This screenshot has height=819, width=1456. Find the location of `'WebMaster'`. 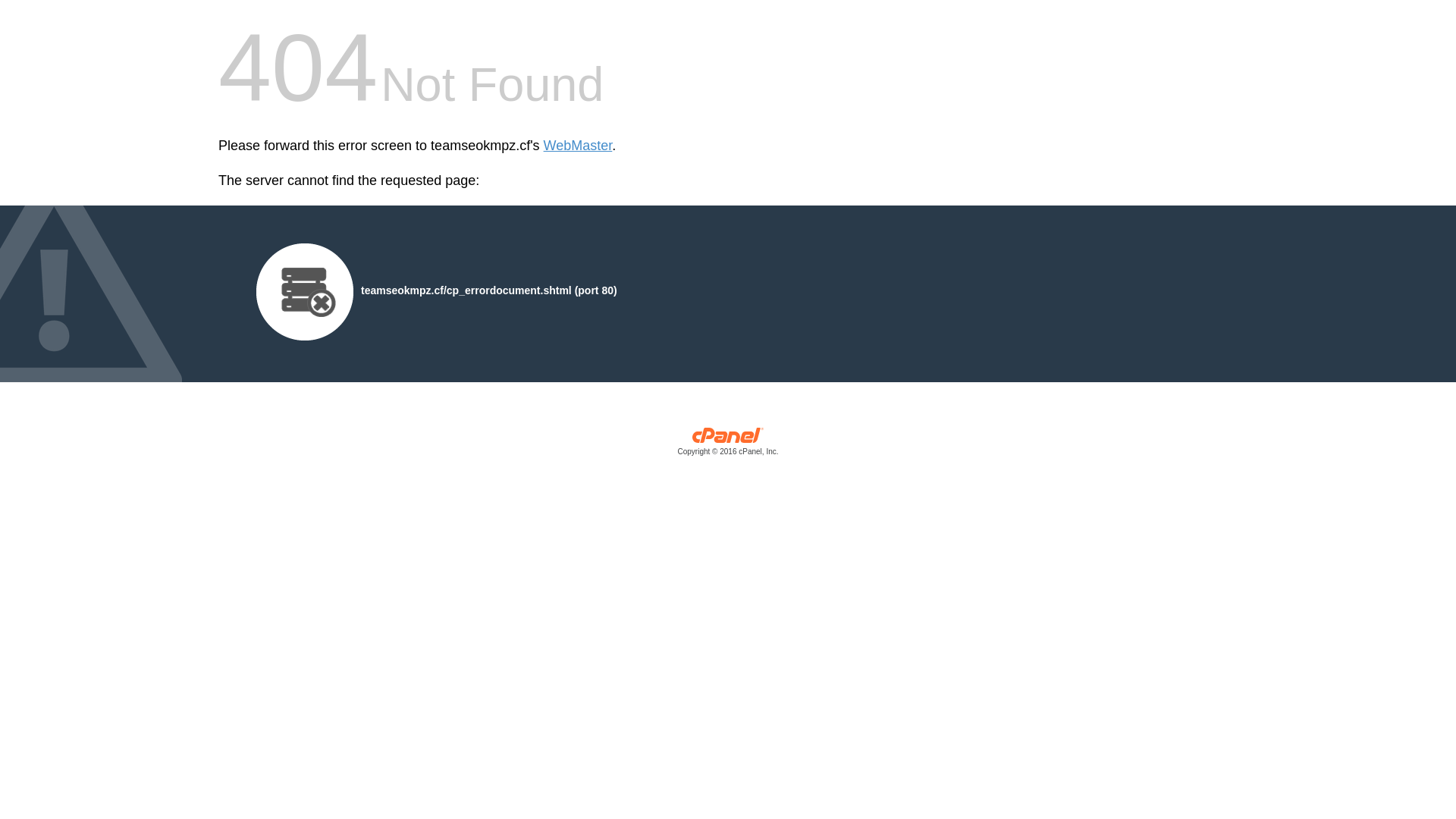

'WebMaster' is located at coordinates (577, 146).